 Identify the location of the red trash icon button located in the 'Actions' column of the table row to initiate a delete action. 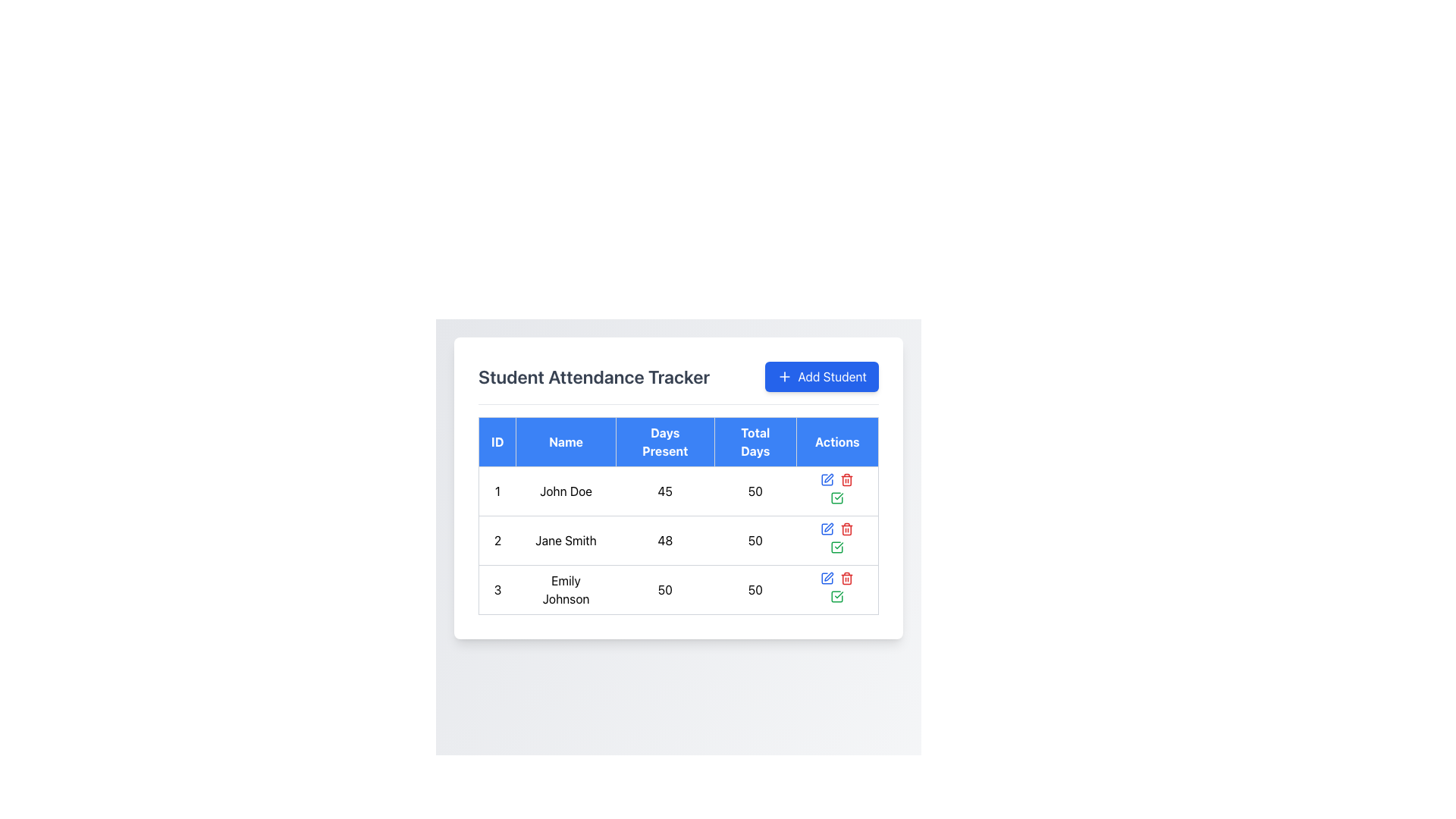
(846, 479).